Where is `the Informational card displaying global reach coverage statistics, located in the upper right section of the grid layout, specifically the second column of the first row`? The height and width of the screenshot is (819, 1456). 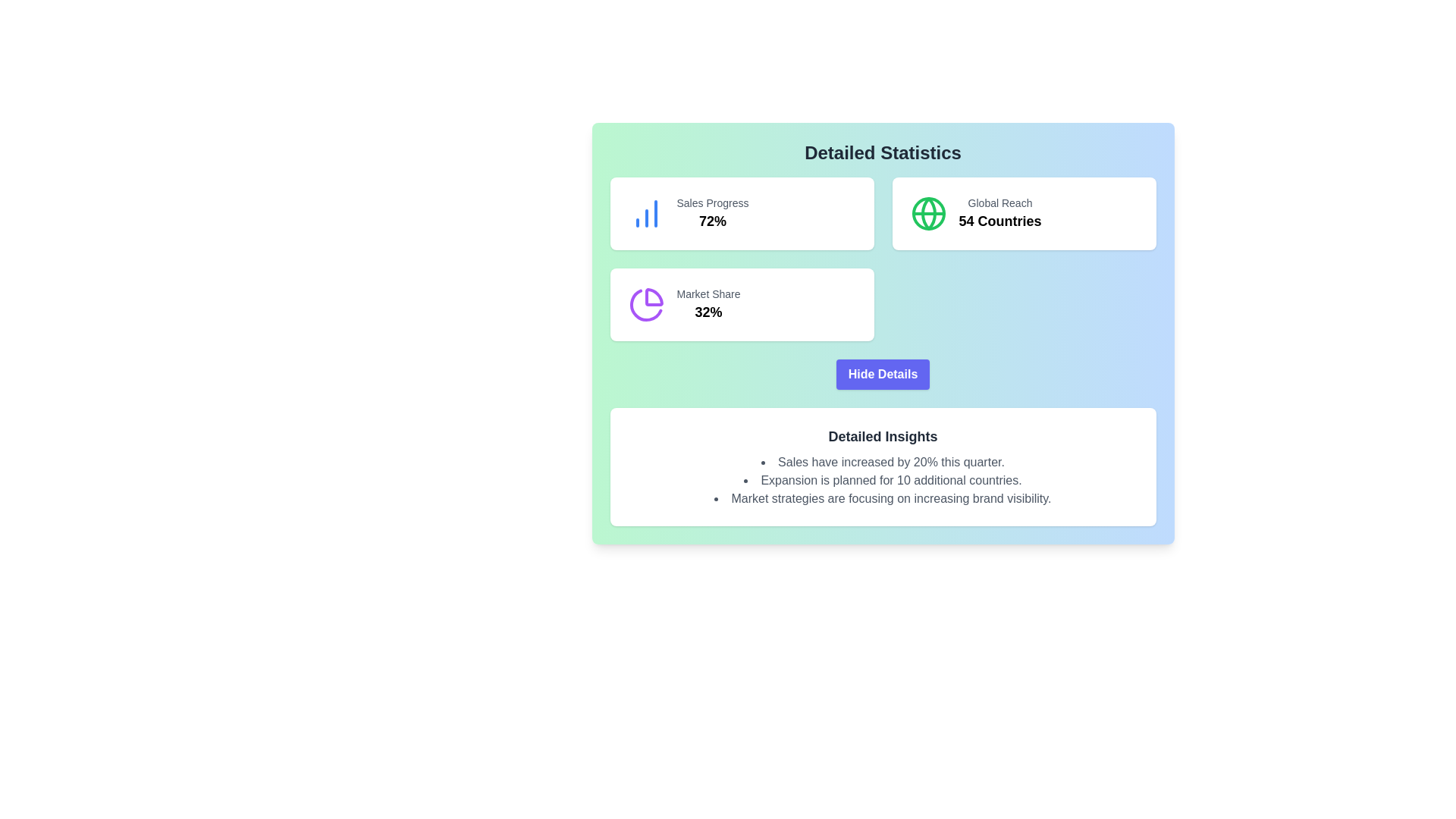
the Informational card displaying global reach coverage statistics, located in the upper right section of the grid layout, specifically the second column of the first row is located at coordinates (1024, 213).